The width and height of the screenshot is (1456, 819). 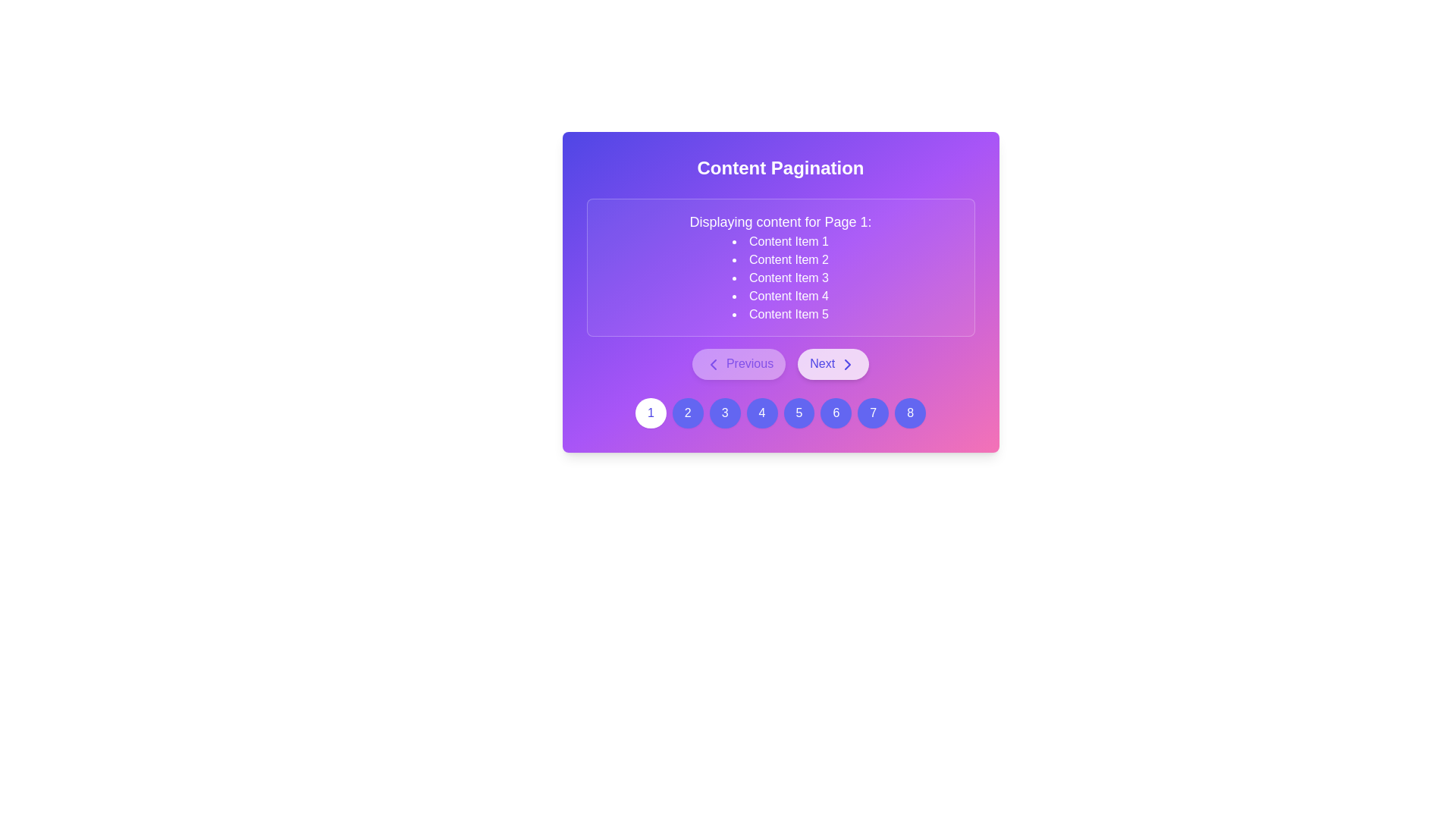 I want to click on the 'Next' button which contains a right-pointing chevron icon, so click(x=846, y=364).